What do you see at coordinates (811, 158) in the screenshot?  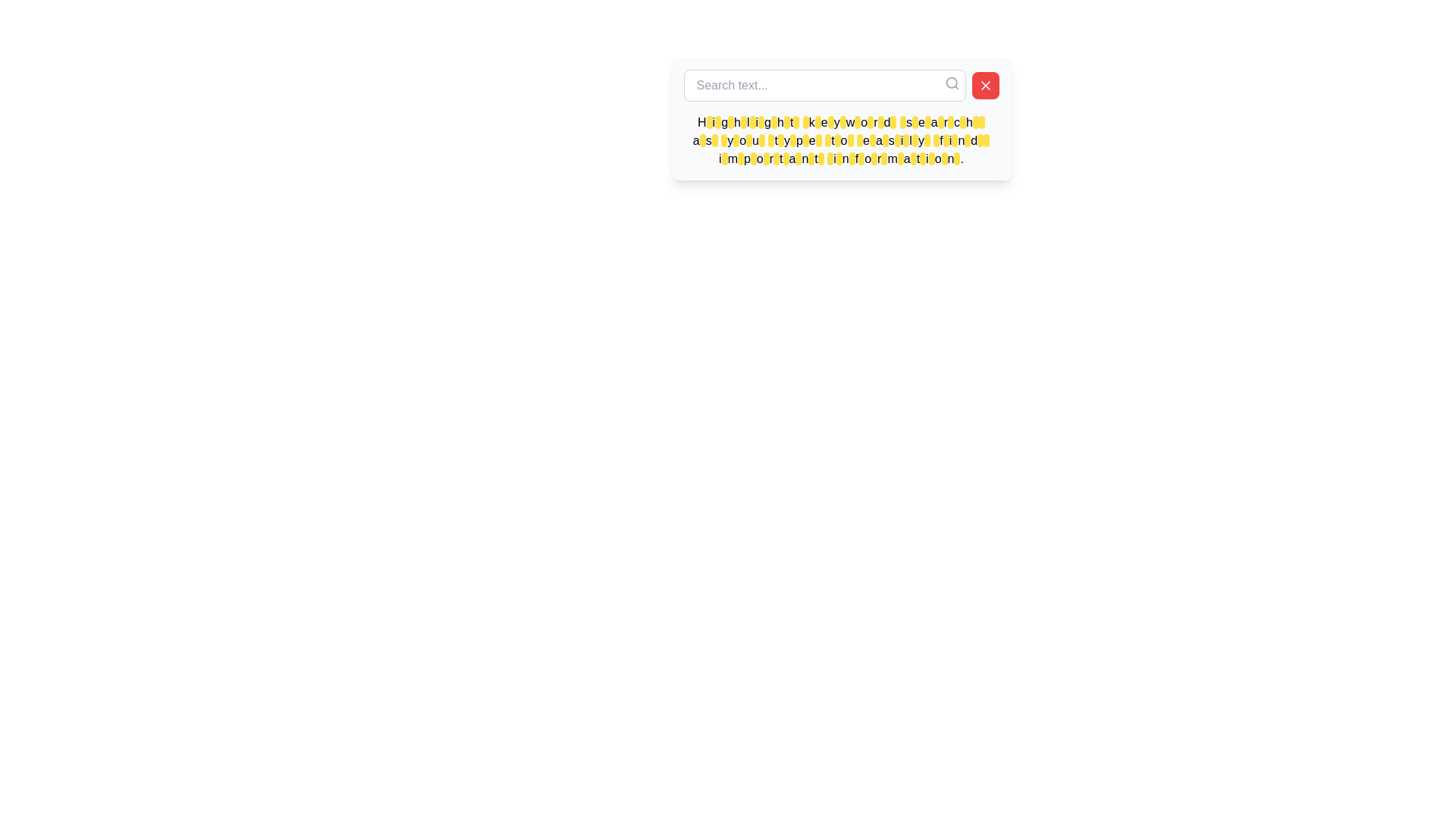 I see `the highlighted text span with a yellow background and black solid filling, which is part of the statement 'Highlight keyword search as you type to easily find important information'` at bounding box center [811, 158].